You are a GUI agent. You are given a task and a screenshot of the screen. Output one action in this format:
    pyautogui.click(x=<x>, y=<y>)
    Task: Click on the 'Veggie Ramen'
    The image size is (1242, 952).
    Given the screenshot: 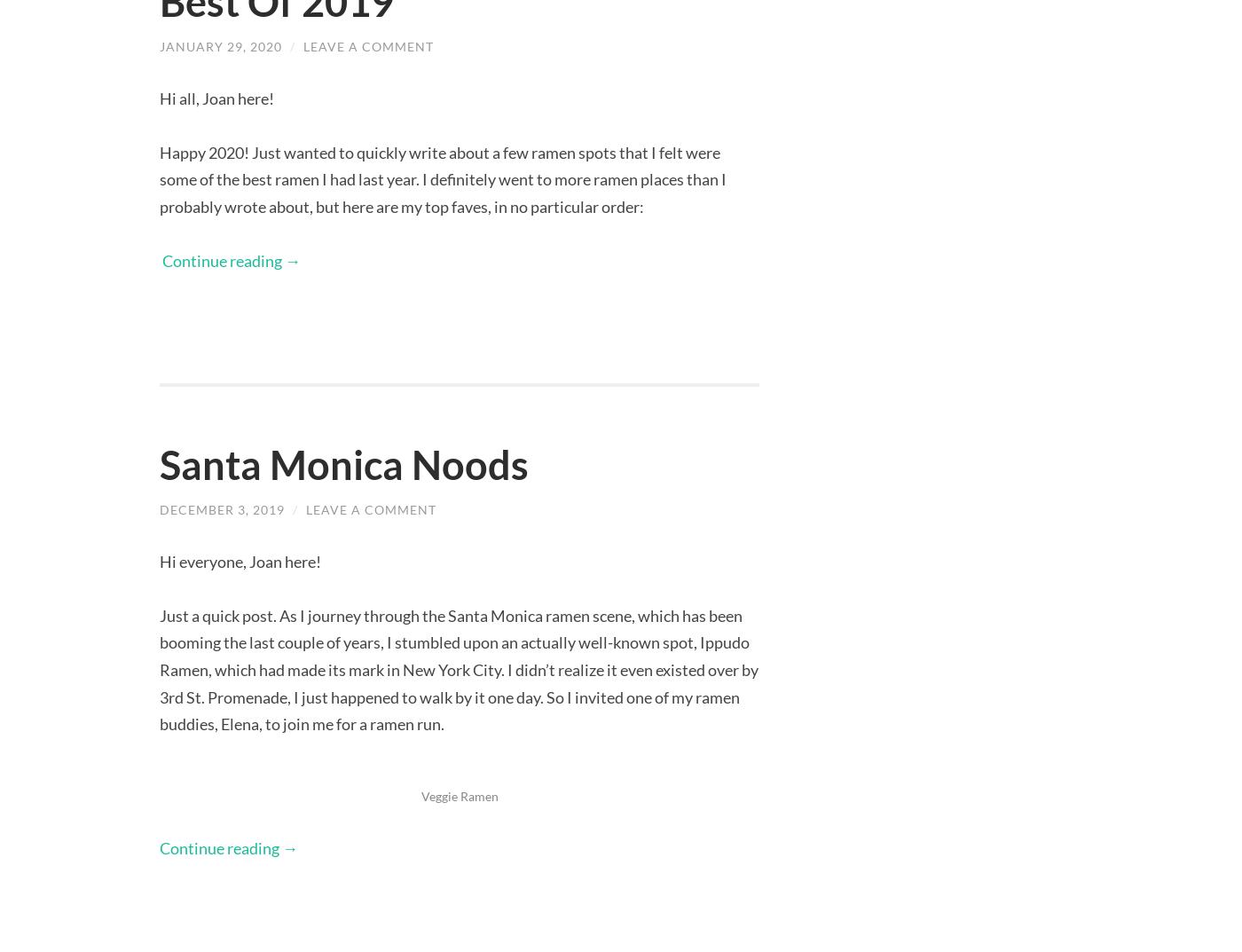 What is the action you would take?
    pyautogui.click(x=459, y=796)
    